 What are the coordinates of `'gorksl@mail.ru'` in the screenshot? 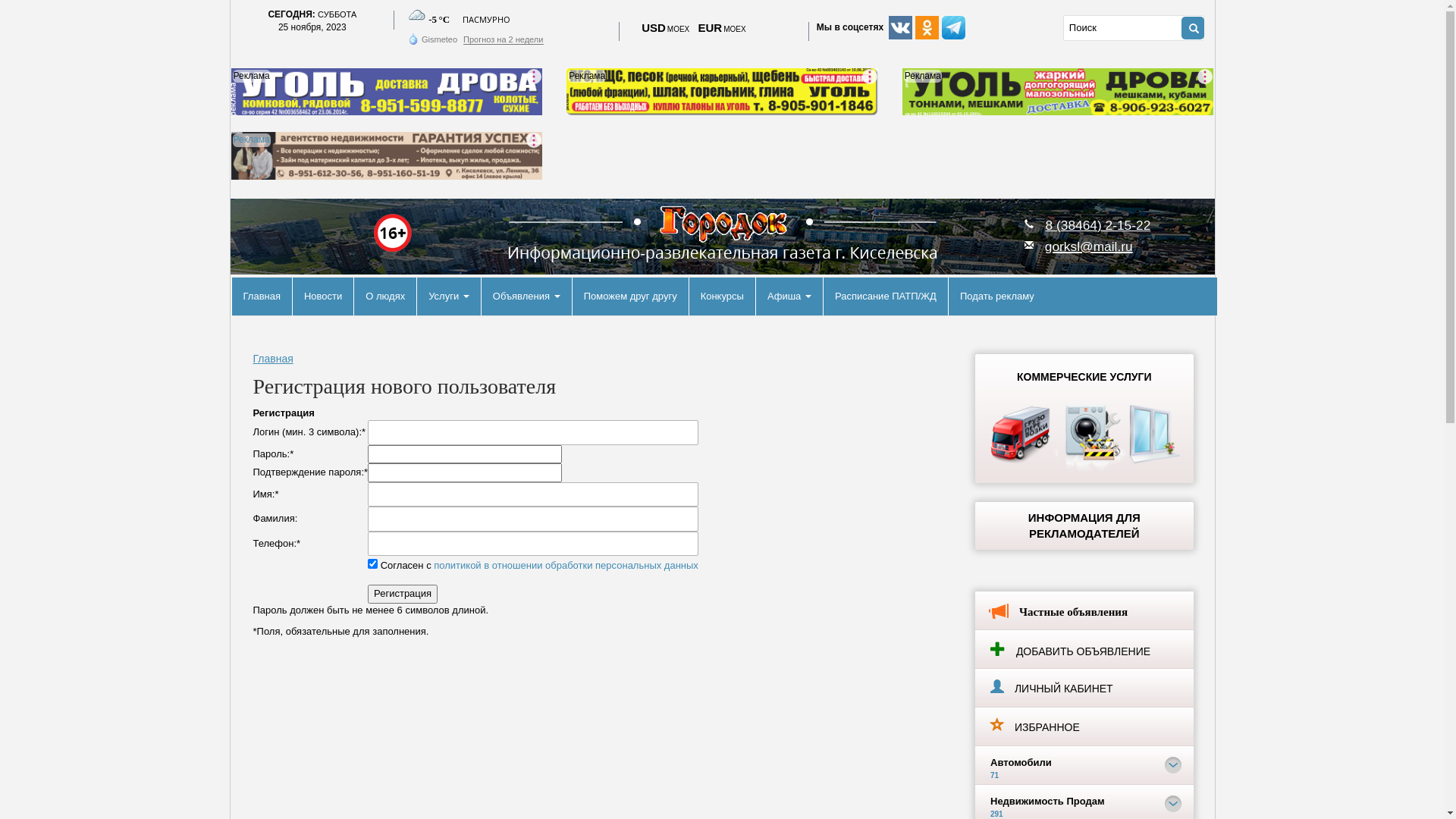 It's located at (1043, 245).